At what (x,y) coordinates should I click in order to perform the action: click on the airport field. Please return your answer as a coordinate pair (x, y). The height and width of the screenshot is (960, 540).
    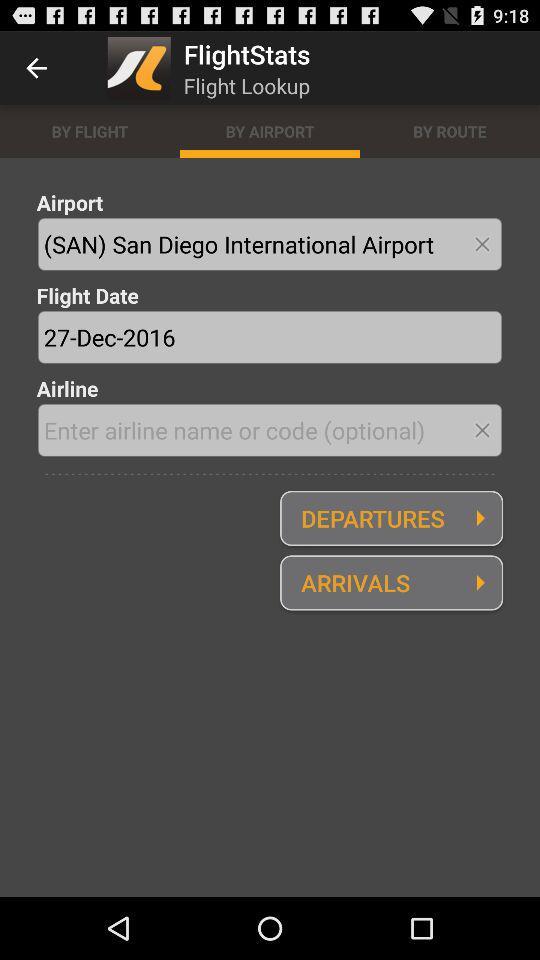
    Looking at the image, I should click on (270, 243).